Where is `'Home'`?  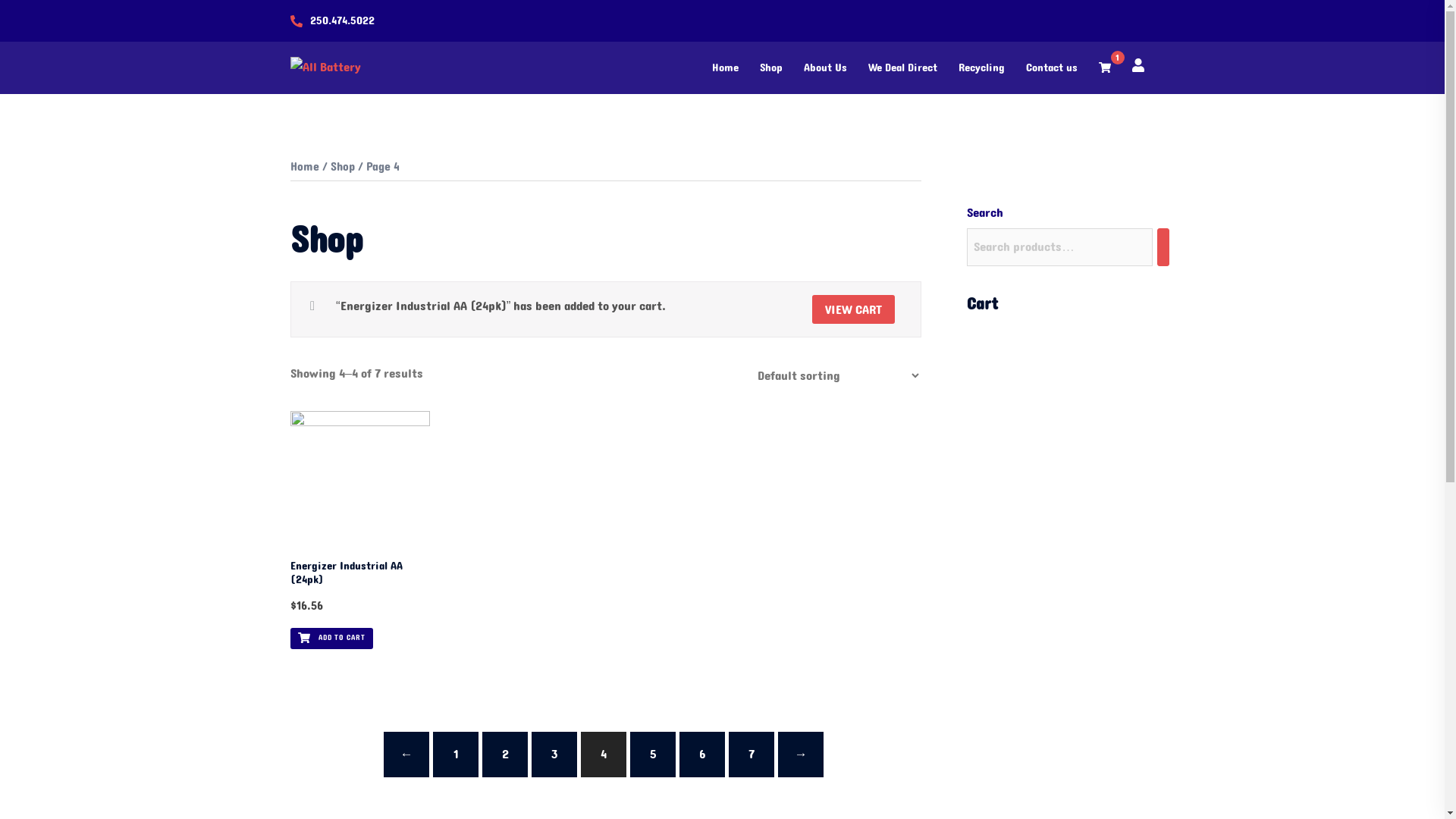 'Home' is located at coordinates (303, 166).